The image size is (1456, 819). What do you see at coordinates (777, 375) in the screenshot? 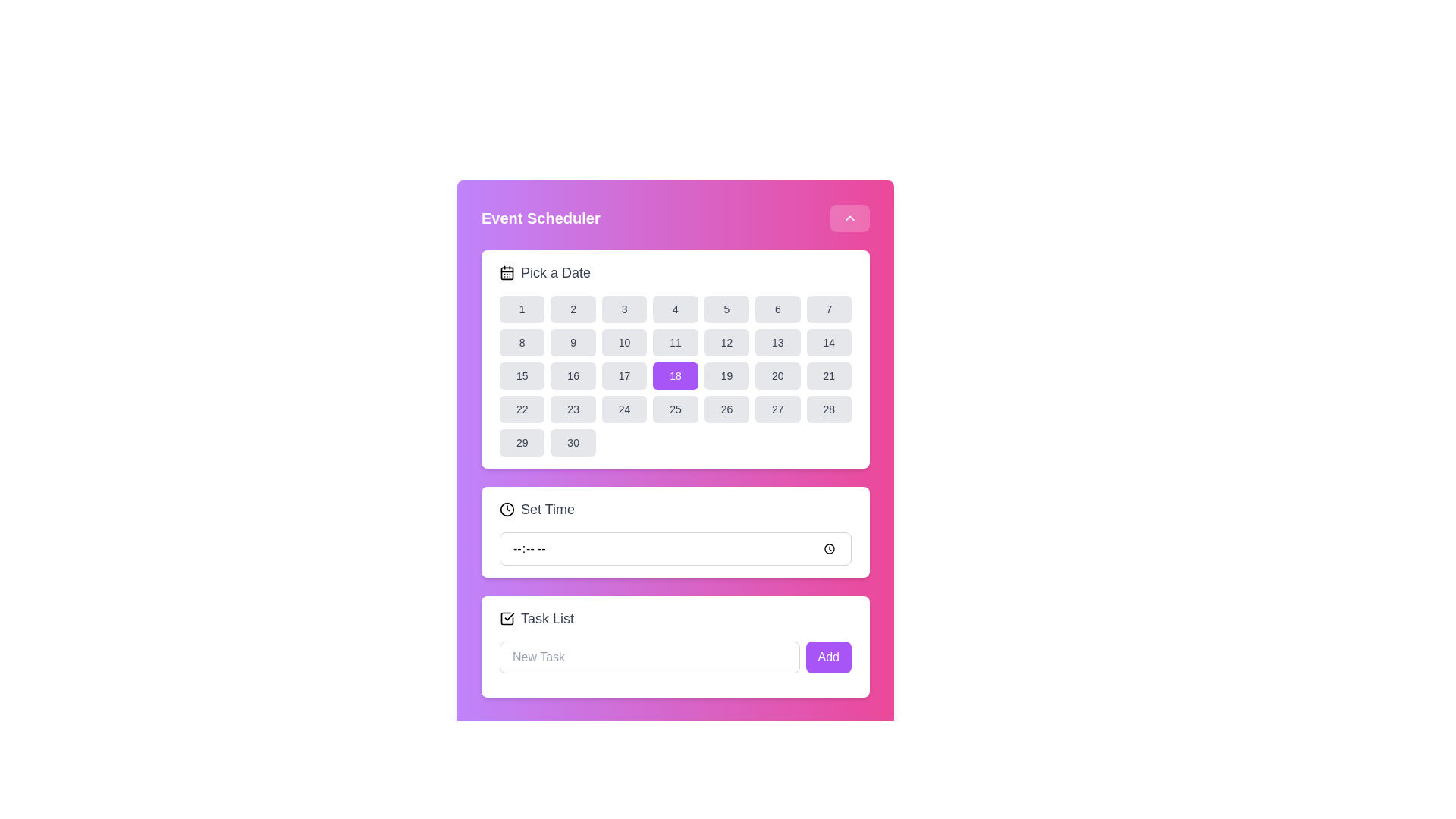
I see `the date button representing '20' in the date-picker calendar` at bounding box center [777, 375].